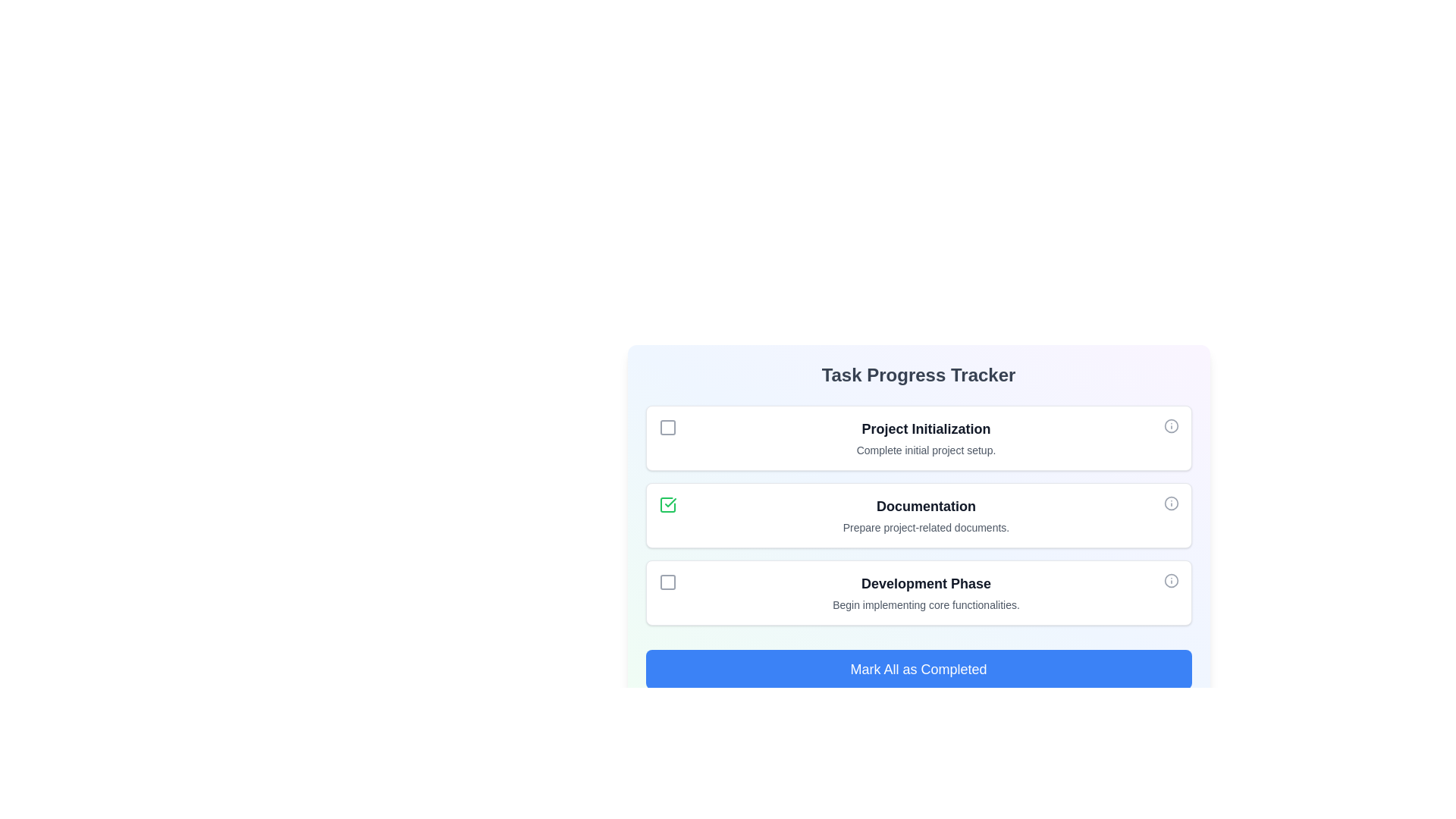  I want to click on the green checkmark icon within the SVG graphic, located in the lower-right section next to the 'Documentation' task title, so click(669, 503).